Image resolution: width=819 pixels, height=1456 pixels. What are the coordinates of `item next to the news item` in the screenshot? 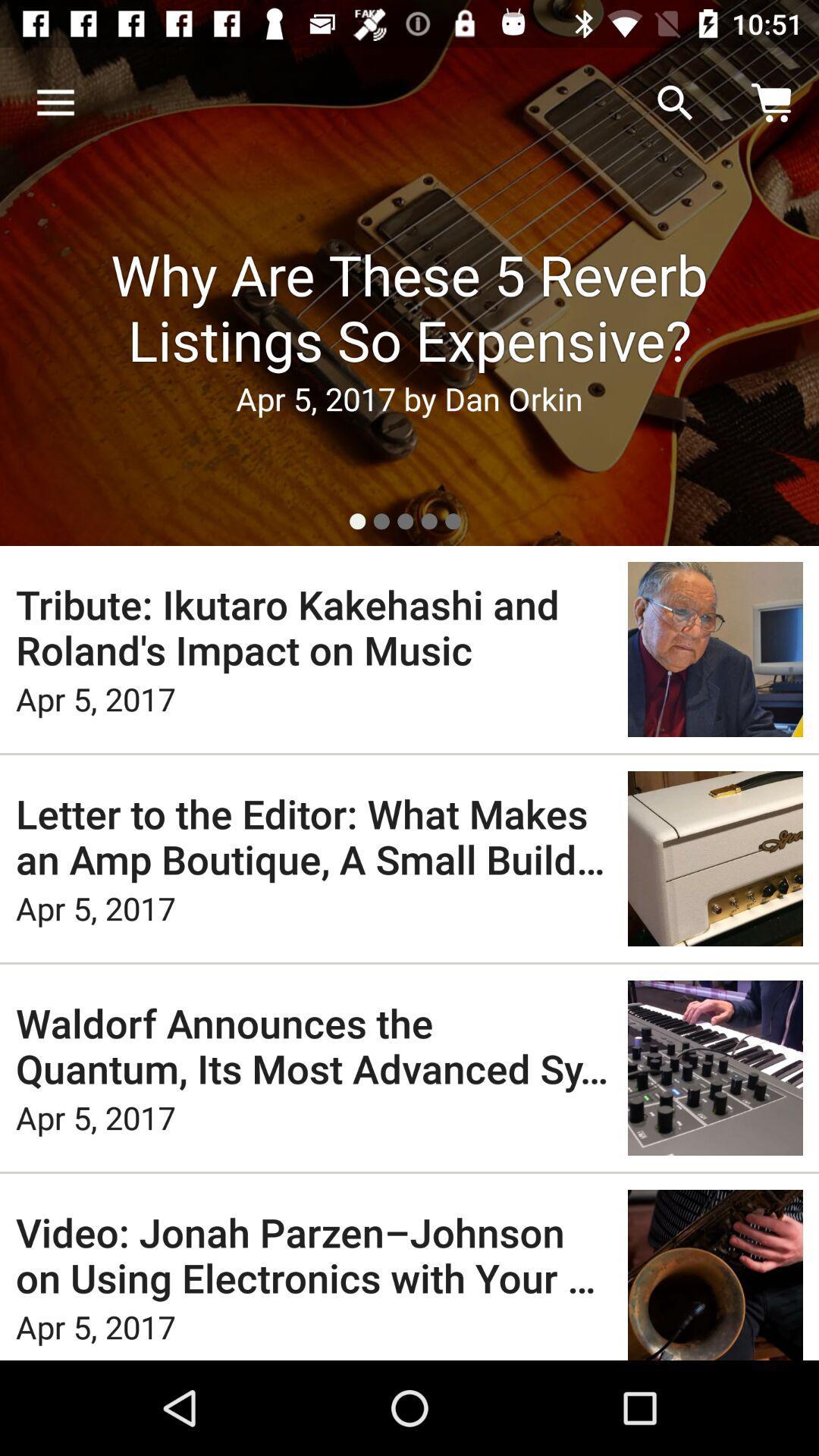 It's located at (675, 102).